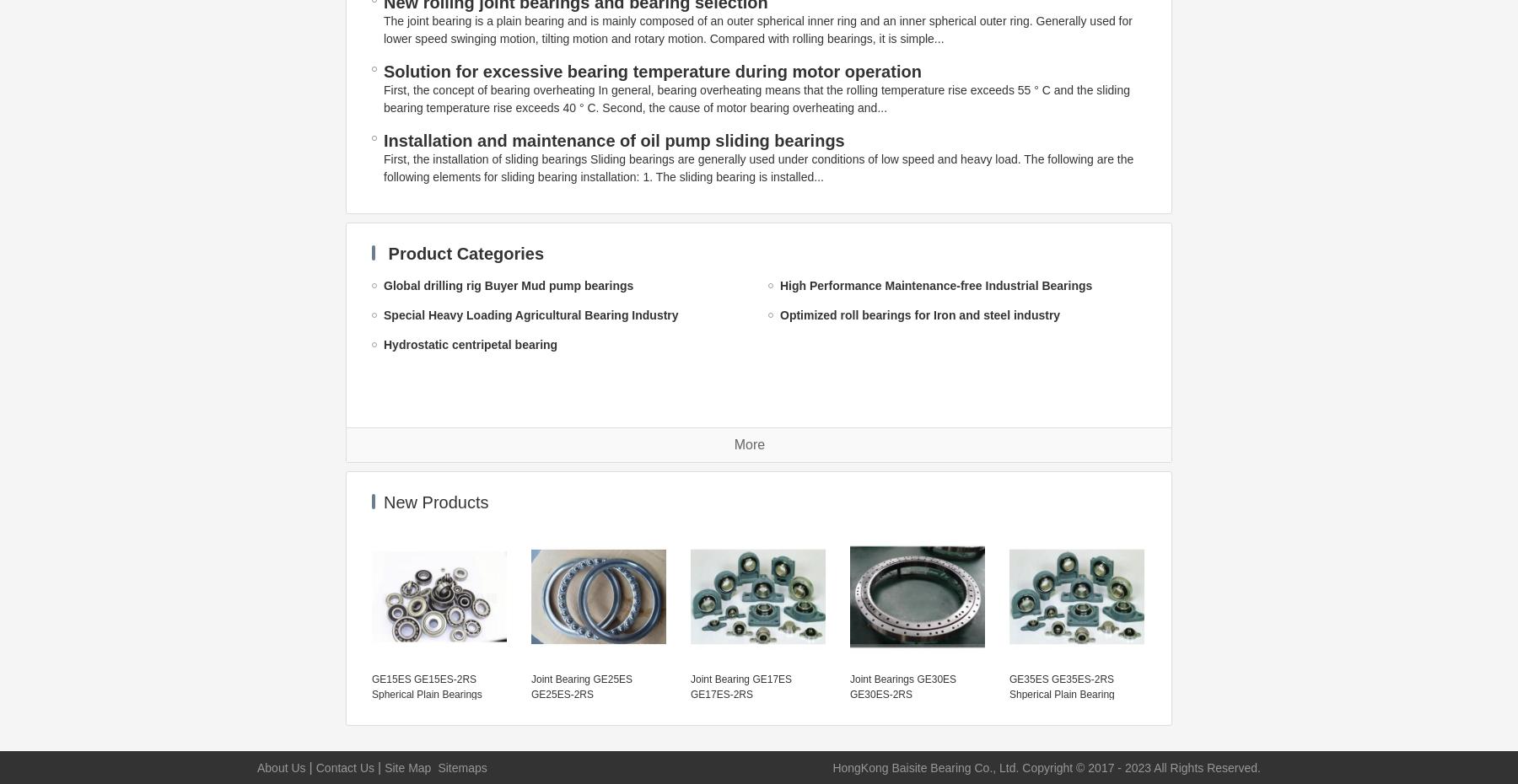  Describe the element at coordinates (756, 99) in the screenshot. I see `'First, the concept of bearing overheating       In general, bearing overheating means that the rolling temperature rise exceeds 55 ° C and the sliding bearing temperature rise exceeds 40 ° C.       Second, the cause of motor bearing overheating and...'` at that location.